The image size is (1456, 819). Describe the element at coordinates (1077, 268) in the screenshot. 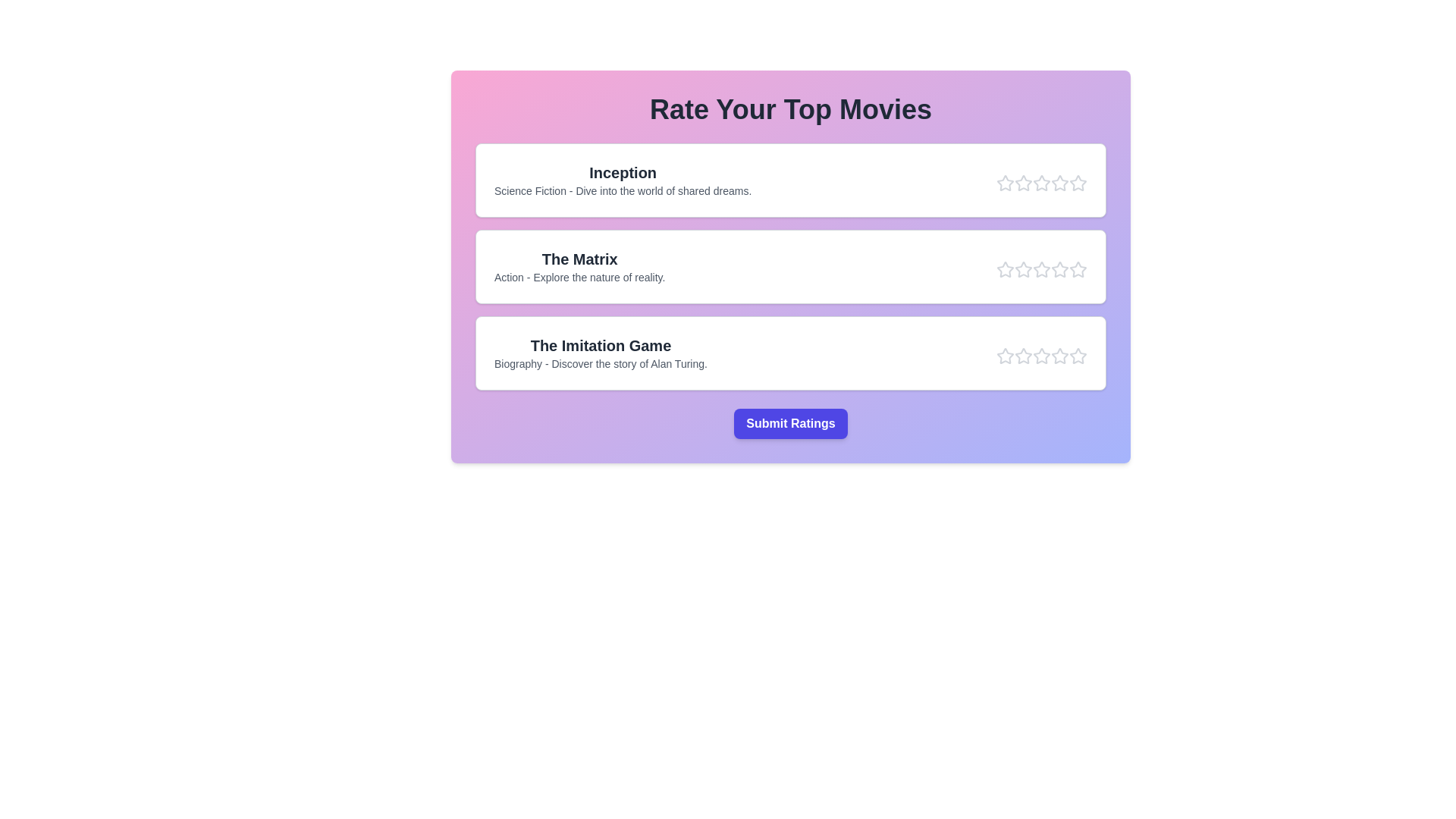

I see `the star corresponding to the rating 5 for the movie The Matrix` at that location.